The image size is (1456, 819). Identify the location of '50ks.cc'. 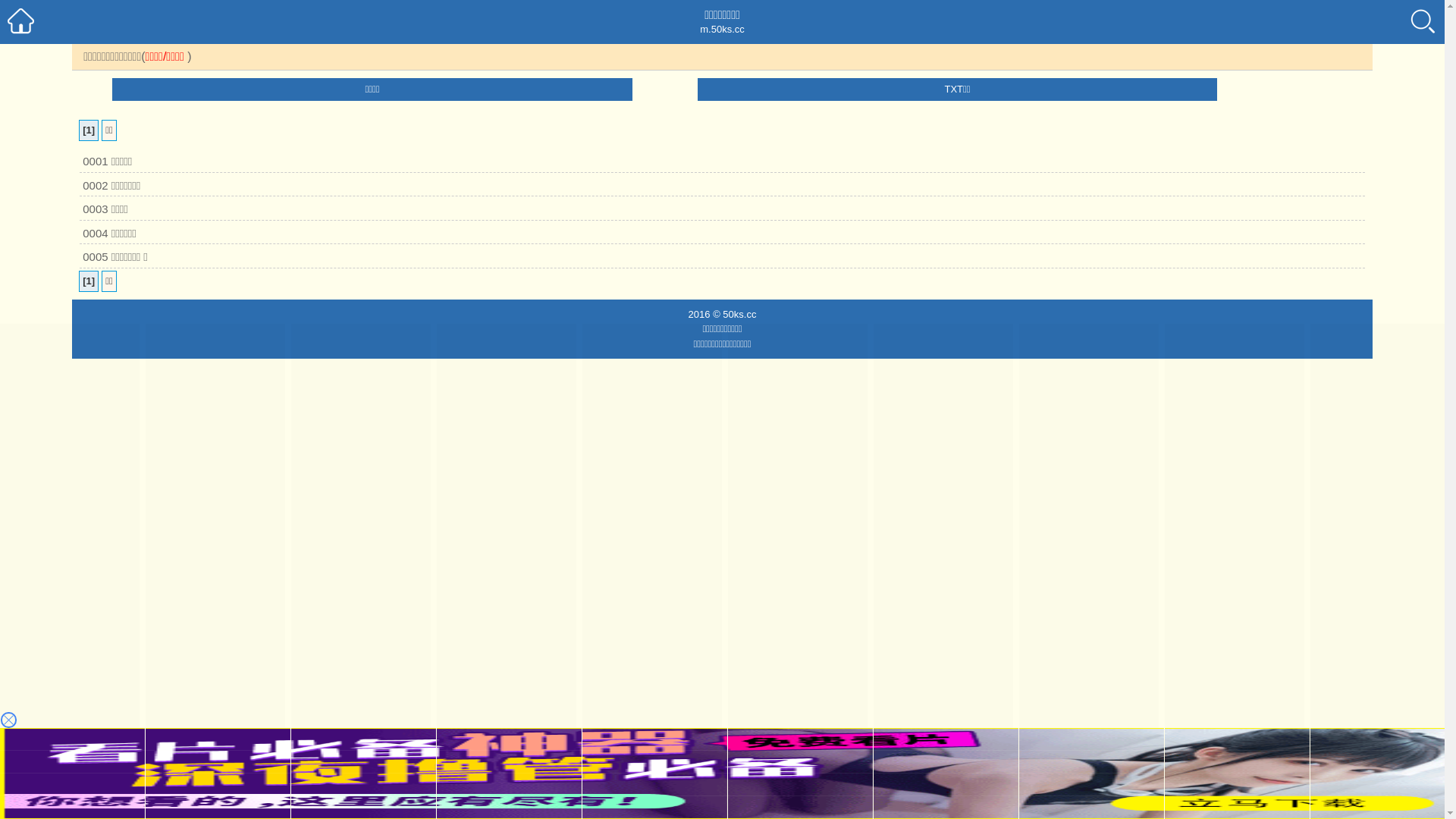
(722, 312).